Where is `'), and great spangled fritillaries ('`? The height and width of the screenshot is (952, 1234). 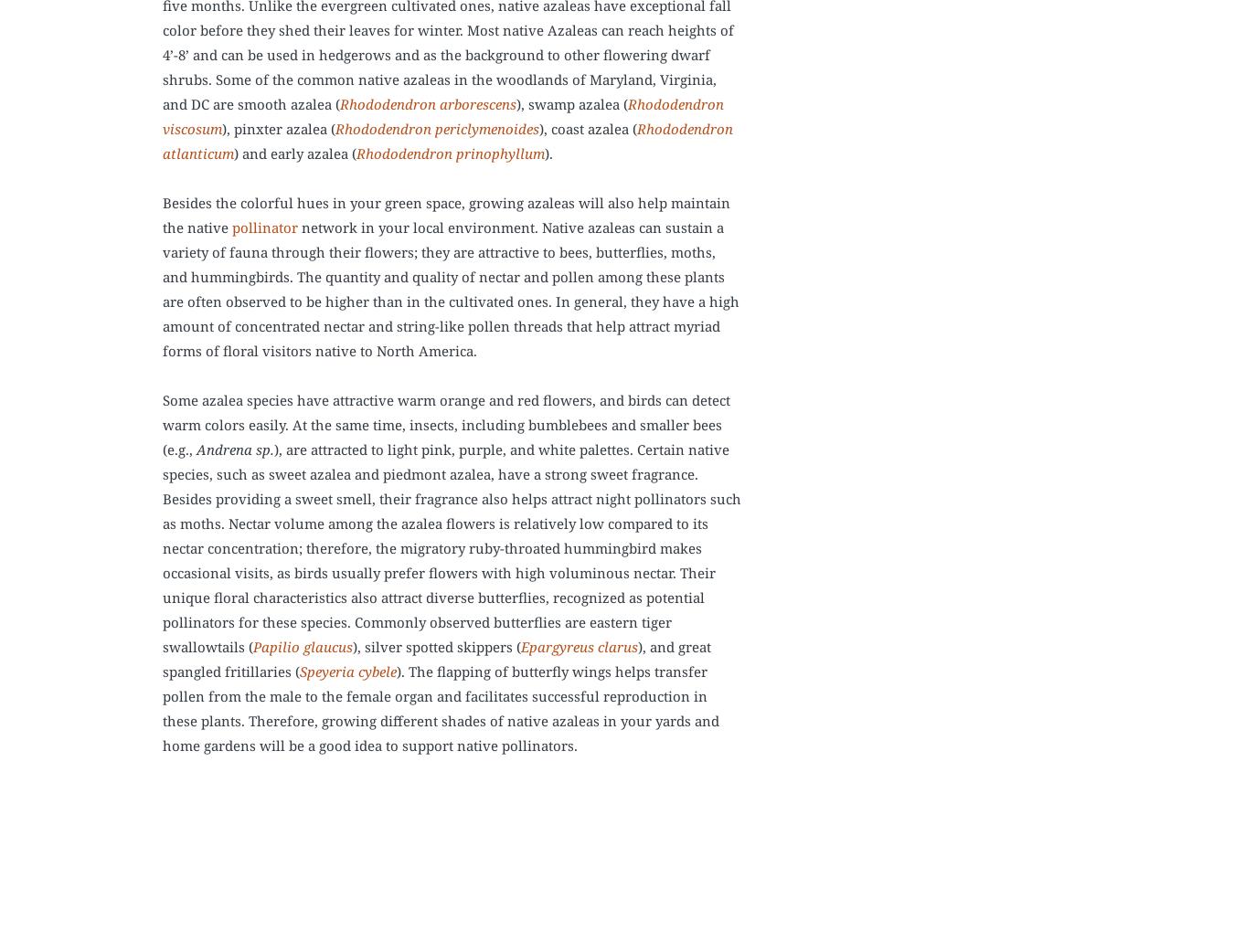
'), and great spangled fritillaries (' is located at coordinates (163, 657).